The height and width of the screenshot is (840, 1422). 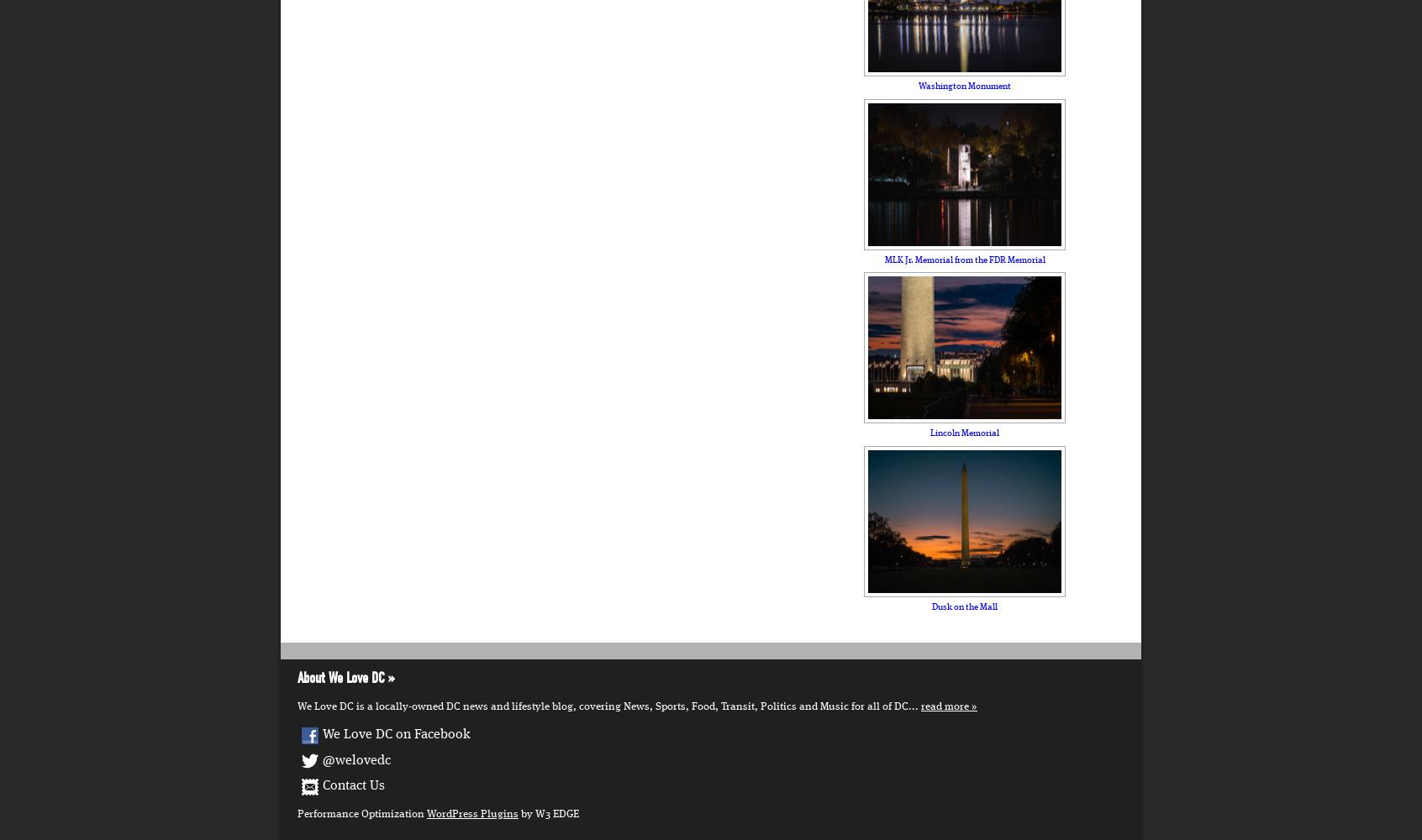 I want to click on 'by W3 EDGE', so click(x=518, y=812).